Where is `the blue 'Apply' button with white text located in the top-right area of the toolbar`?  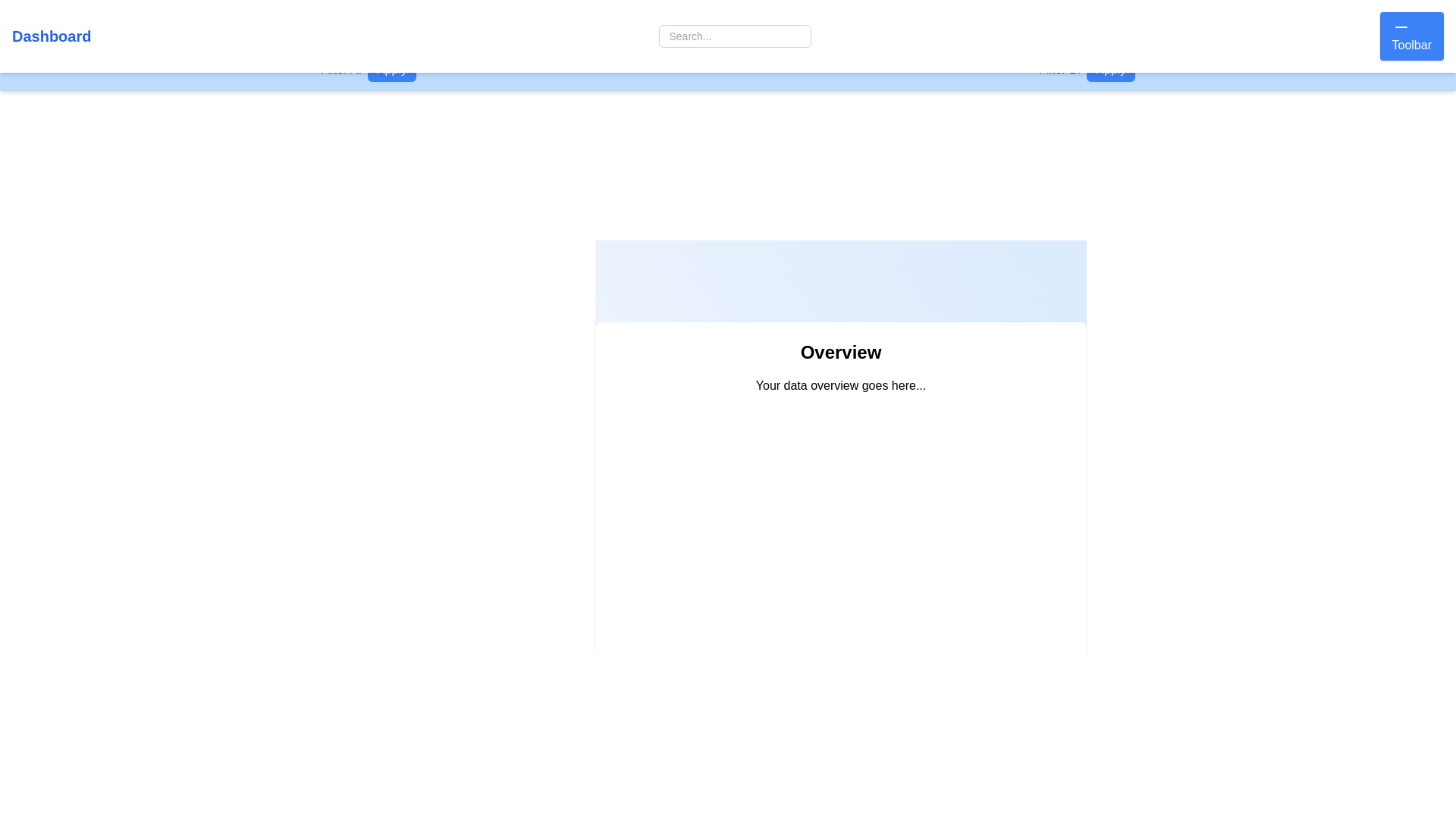
the blue 'Apply' button with white text located in the top-right area of the toolbar is located at coordinates (1111, 70).